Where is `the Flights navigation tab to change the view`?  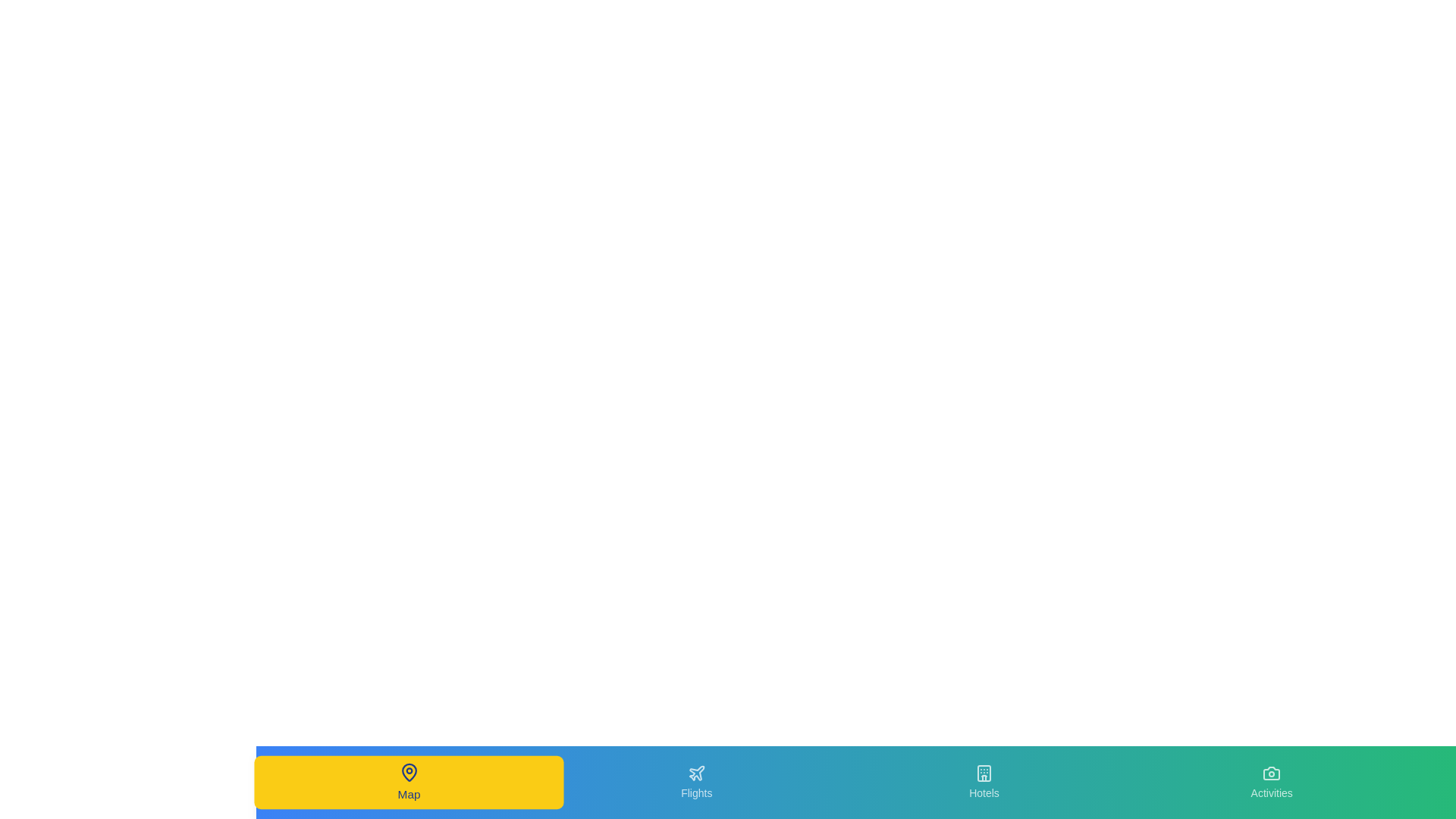 the Flights navigation tab to change the view is located at coordinates (695, 783).